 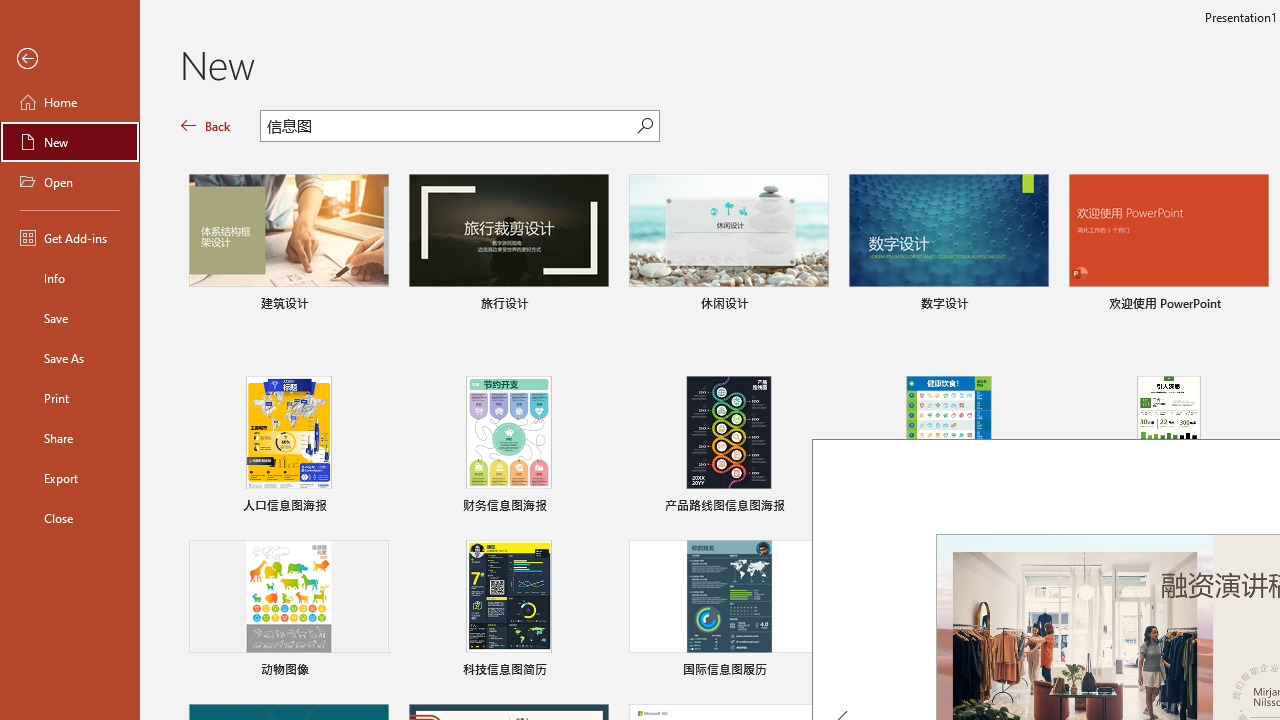 What do you see at coordinates (69, 140) in the screenshot?
I see `'New'` at bounding box center [69, 140].